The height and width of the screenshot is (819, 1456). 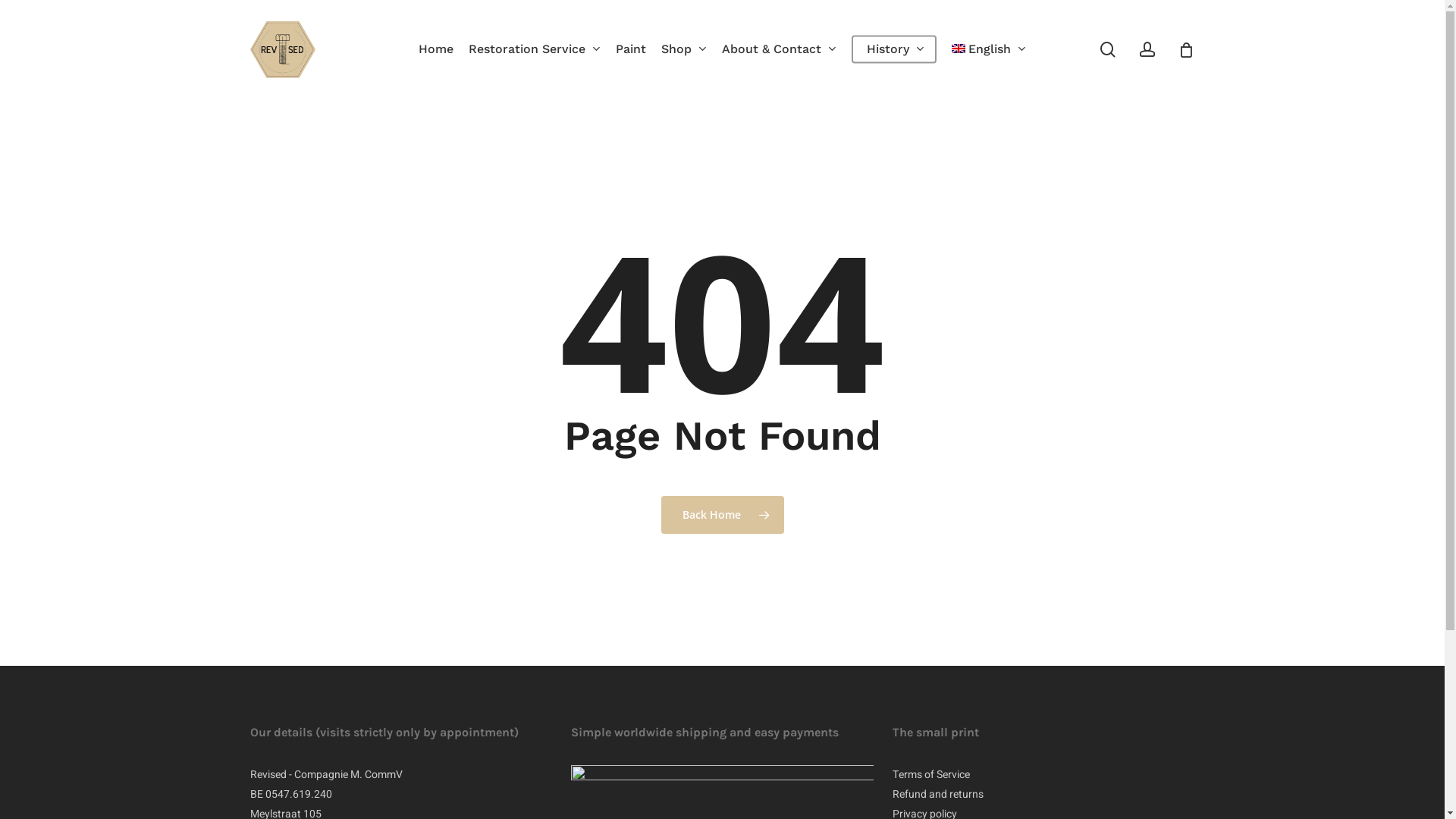 What do you see at coordinates (435, 49) in the screenshot?
I see `'Home'` at bounding box center [435, 49].